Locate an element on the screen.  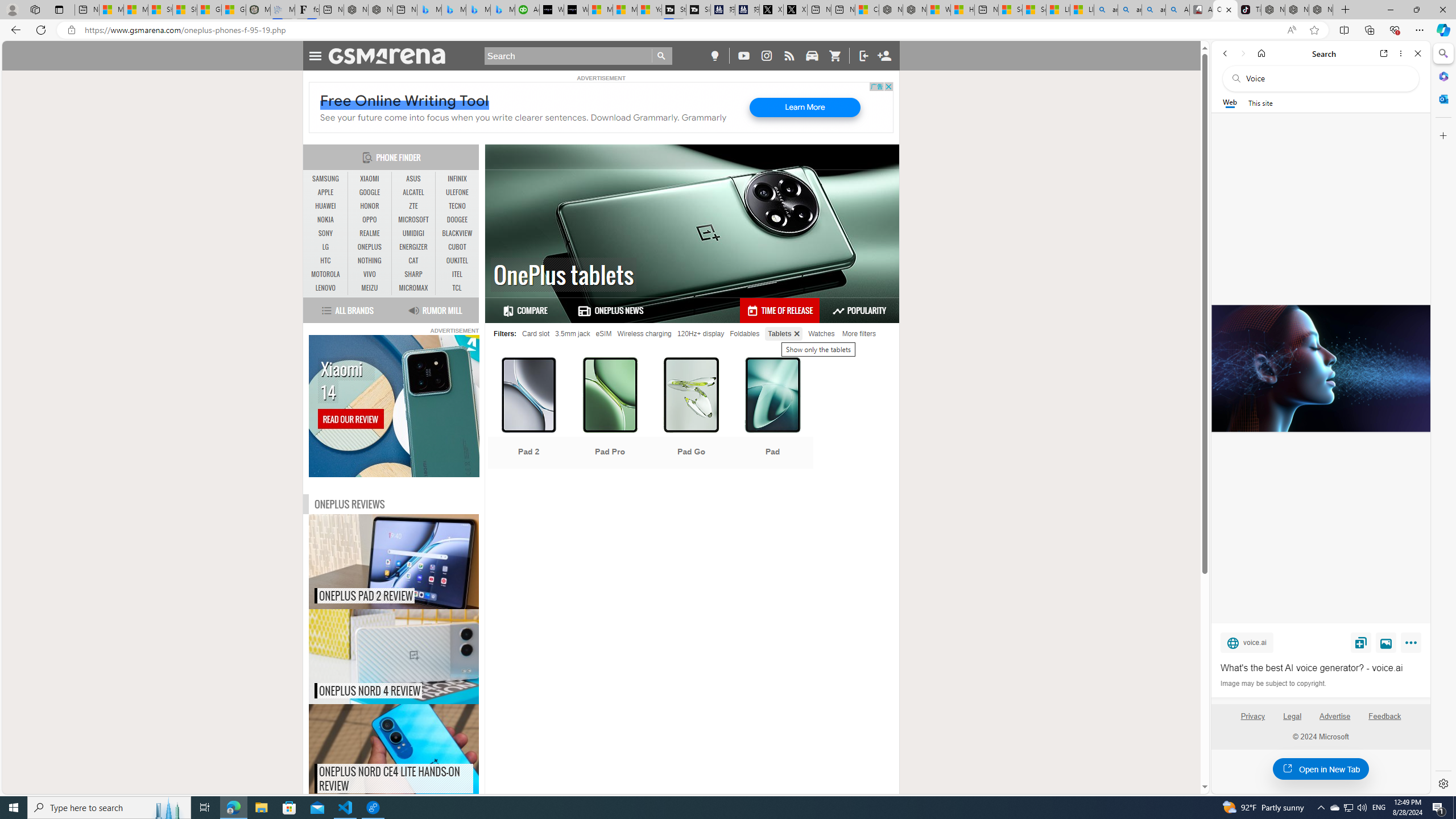
'voice.ai' is located at coordinates (1247, 642).